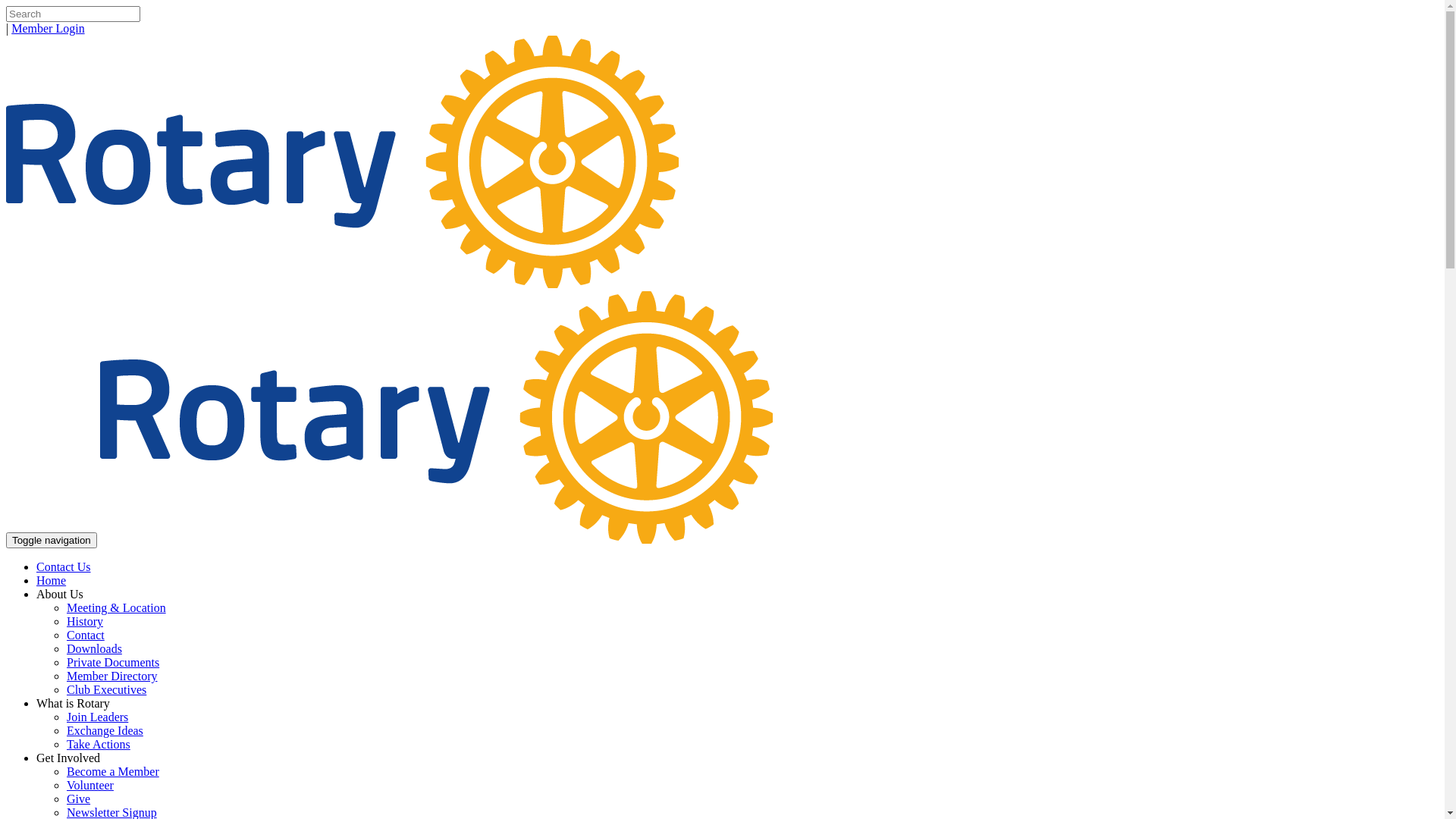  Describe the element at coordinates (111, 771) in the screenshot. I see `'Become a Member'` at that location.